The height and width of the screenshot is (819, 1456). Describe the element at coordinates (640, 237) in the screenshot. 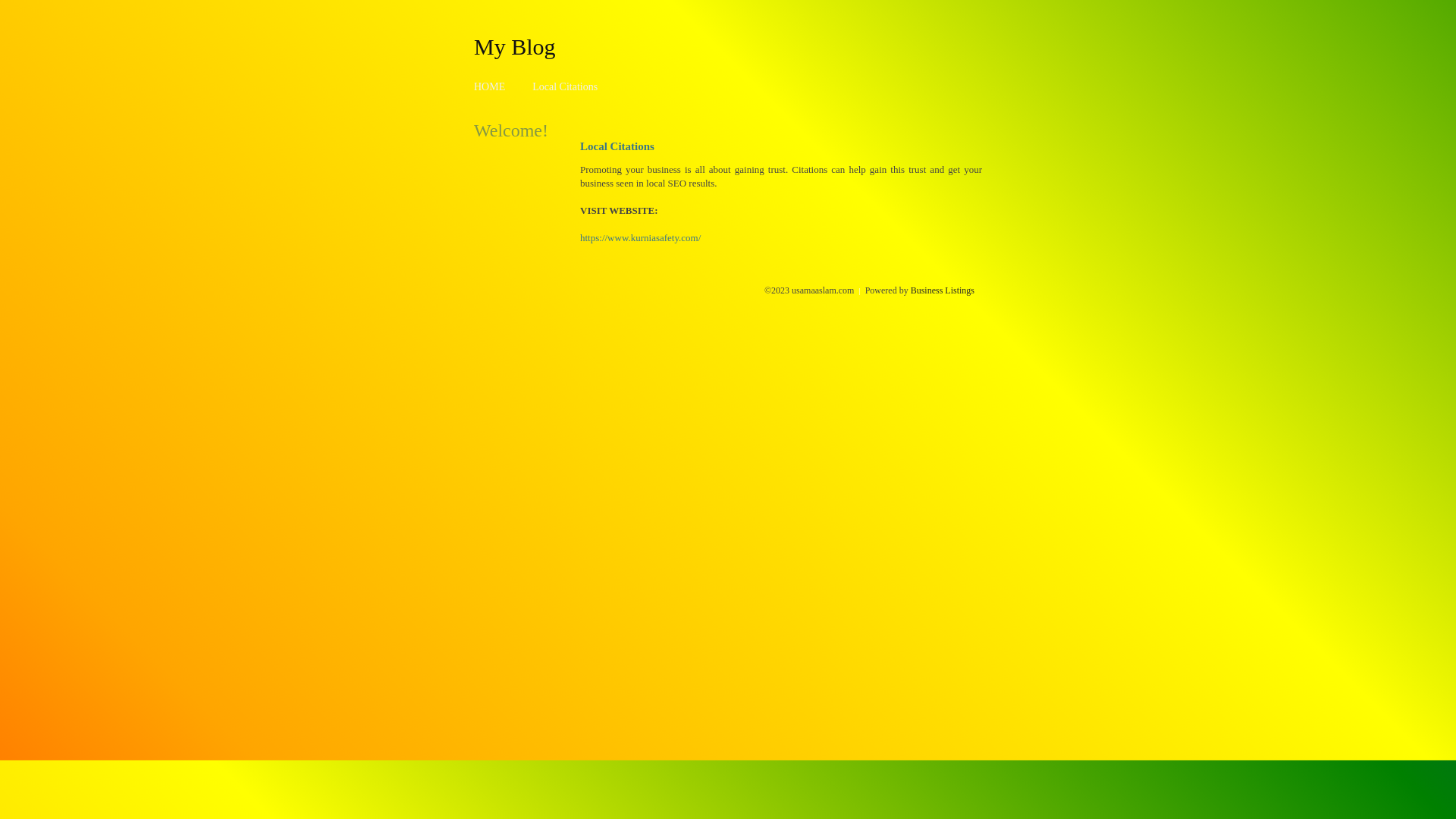

I see `'https://www.kurniasafety.com/'` at that location.